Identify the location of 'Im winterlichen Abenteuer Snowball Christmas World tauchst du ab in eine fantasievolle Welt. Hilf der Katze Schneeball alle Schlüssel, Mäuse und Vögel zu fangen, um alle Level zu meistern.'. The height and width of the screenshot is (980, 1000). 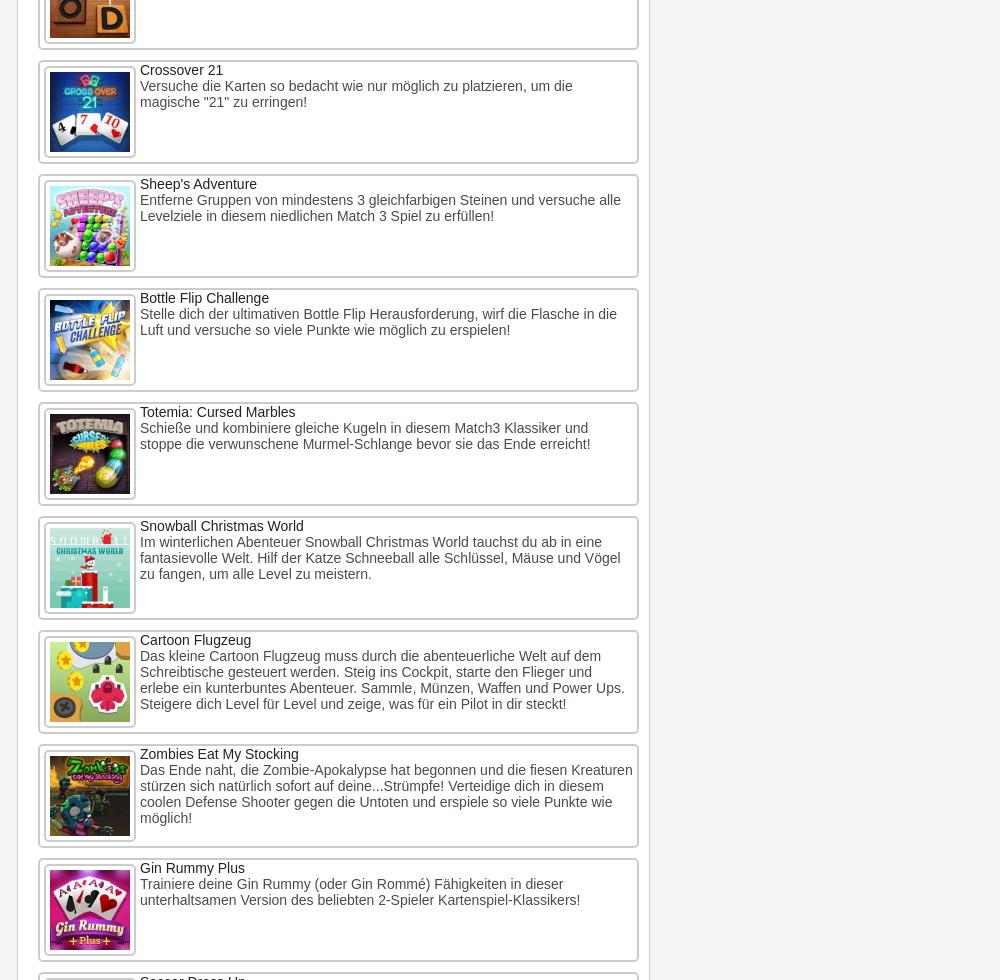
(140, 558).